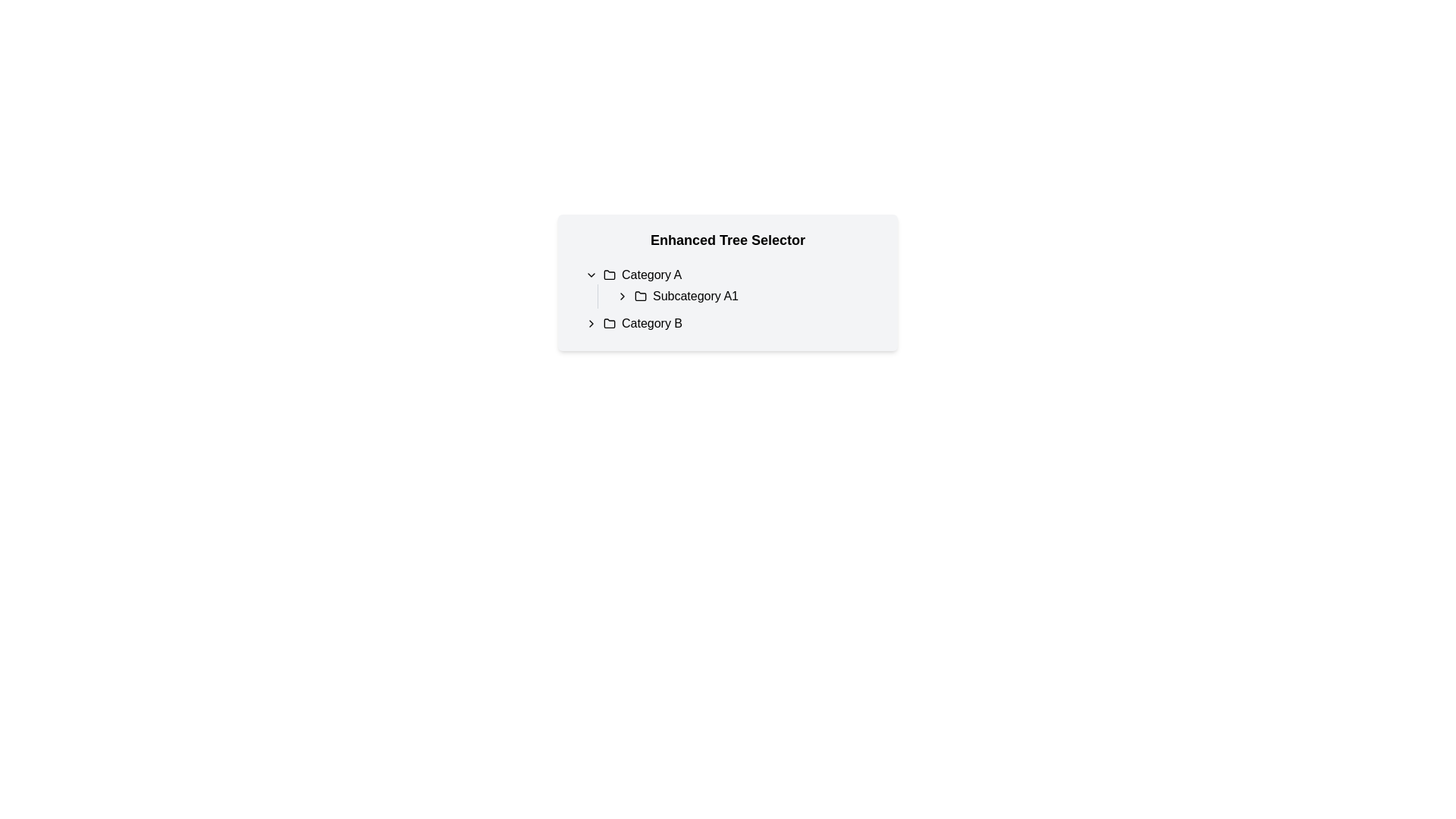  Describe the element at coordinates (640, 295) in the screenshot. I see `the folder icon with a thin outline located next to the label 'Subcategory A1' in the tree selector interface` at that location.